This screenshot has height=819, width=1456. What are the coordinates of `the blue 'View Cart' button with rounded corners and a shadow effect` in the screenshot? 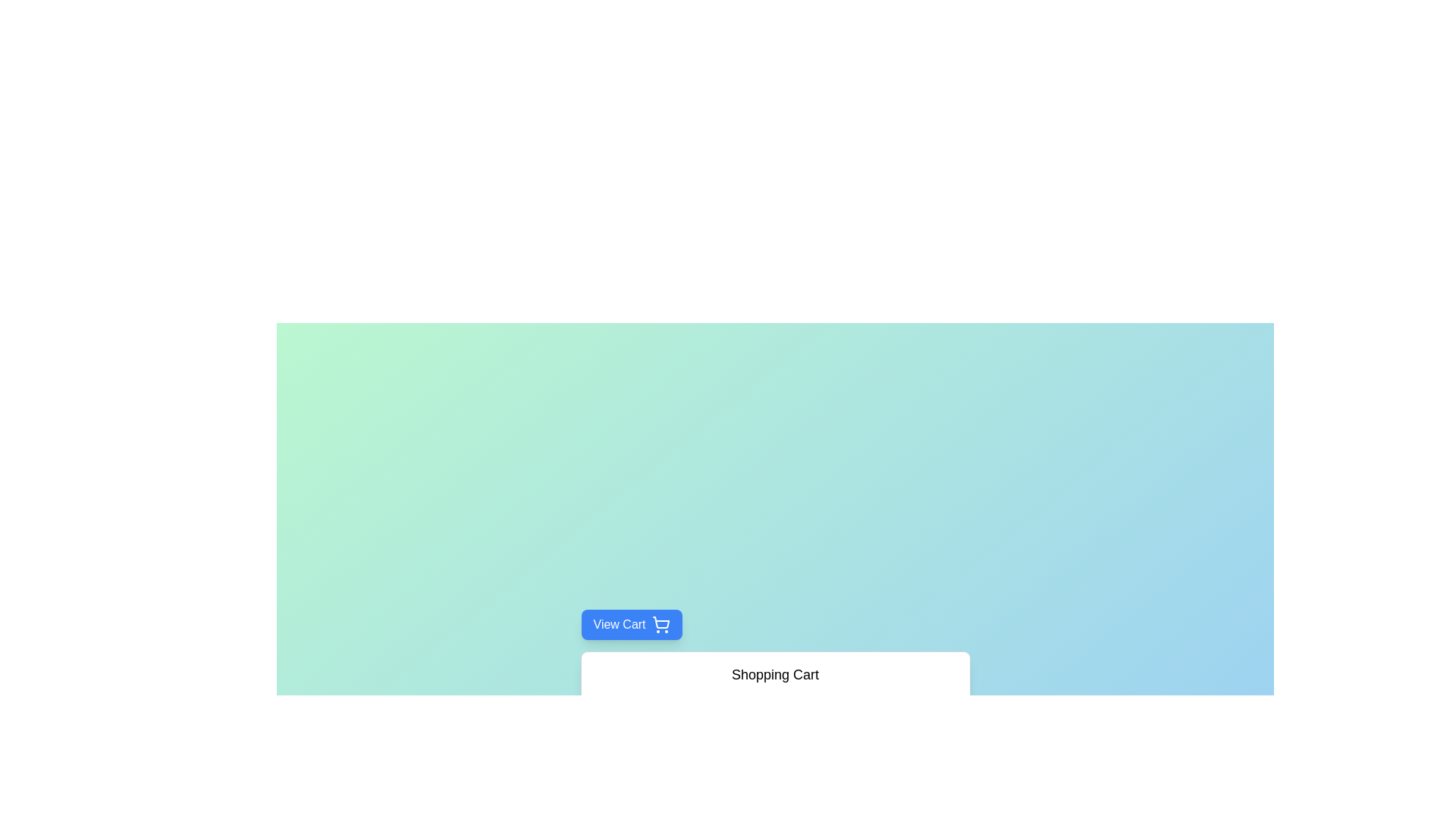 It's located at (632, 624).